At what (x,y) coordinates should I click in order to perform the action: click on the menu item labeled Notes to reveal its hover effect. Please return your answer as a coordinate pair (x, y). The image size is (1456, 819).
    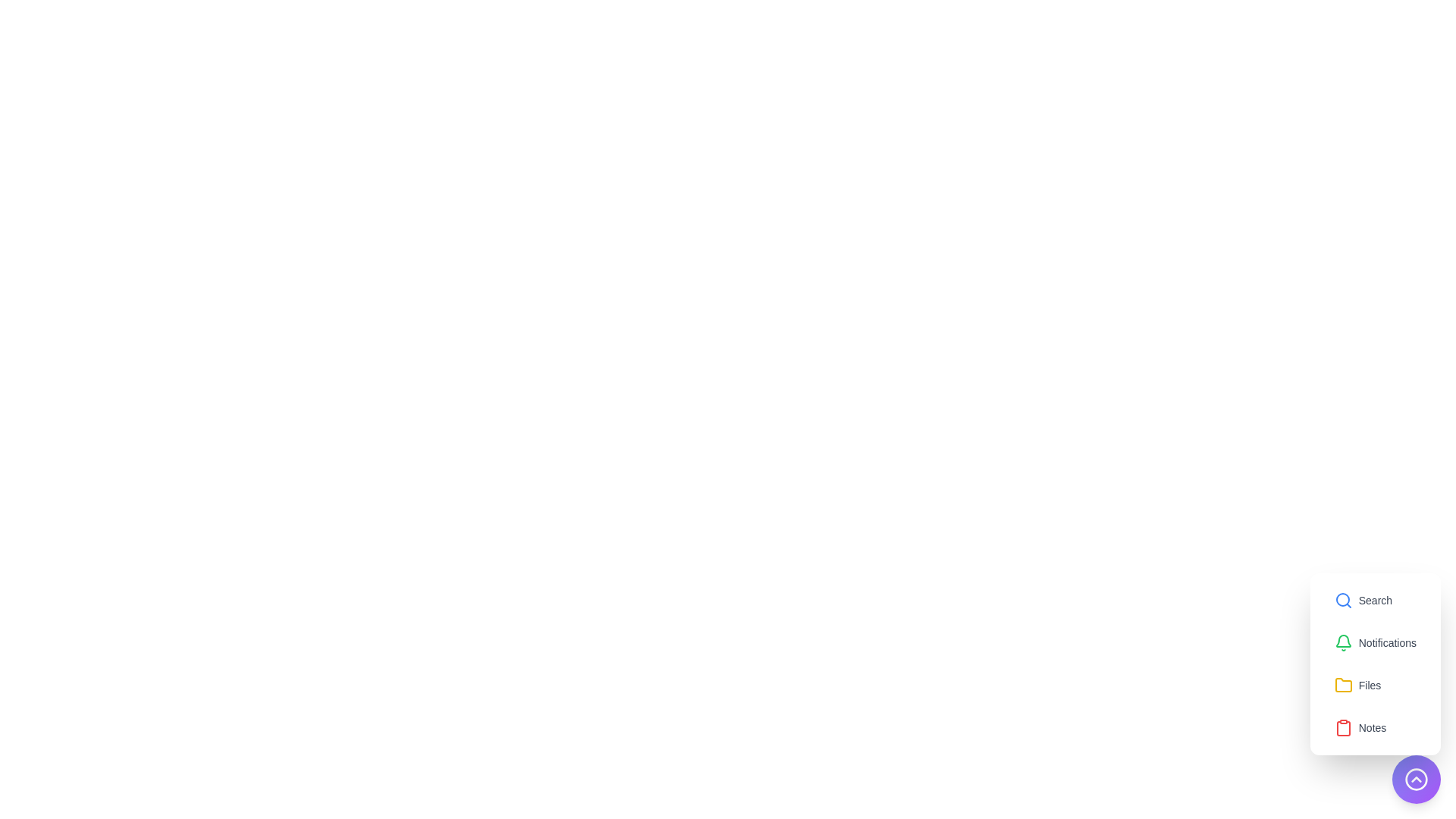
    Looking at the image, I should click on (1360, 727).